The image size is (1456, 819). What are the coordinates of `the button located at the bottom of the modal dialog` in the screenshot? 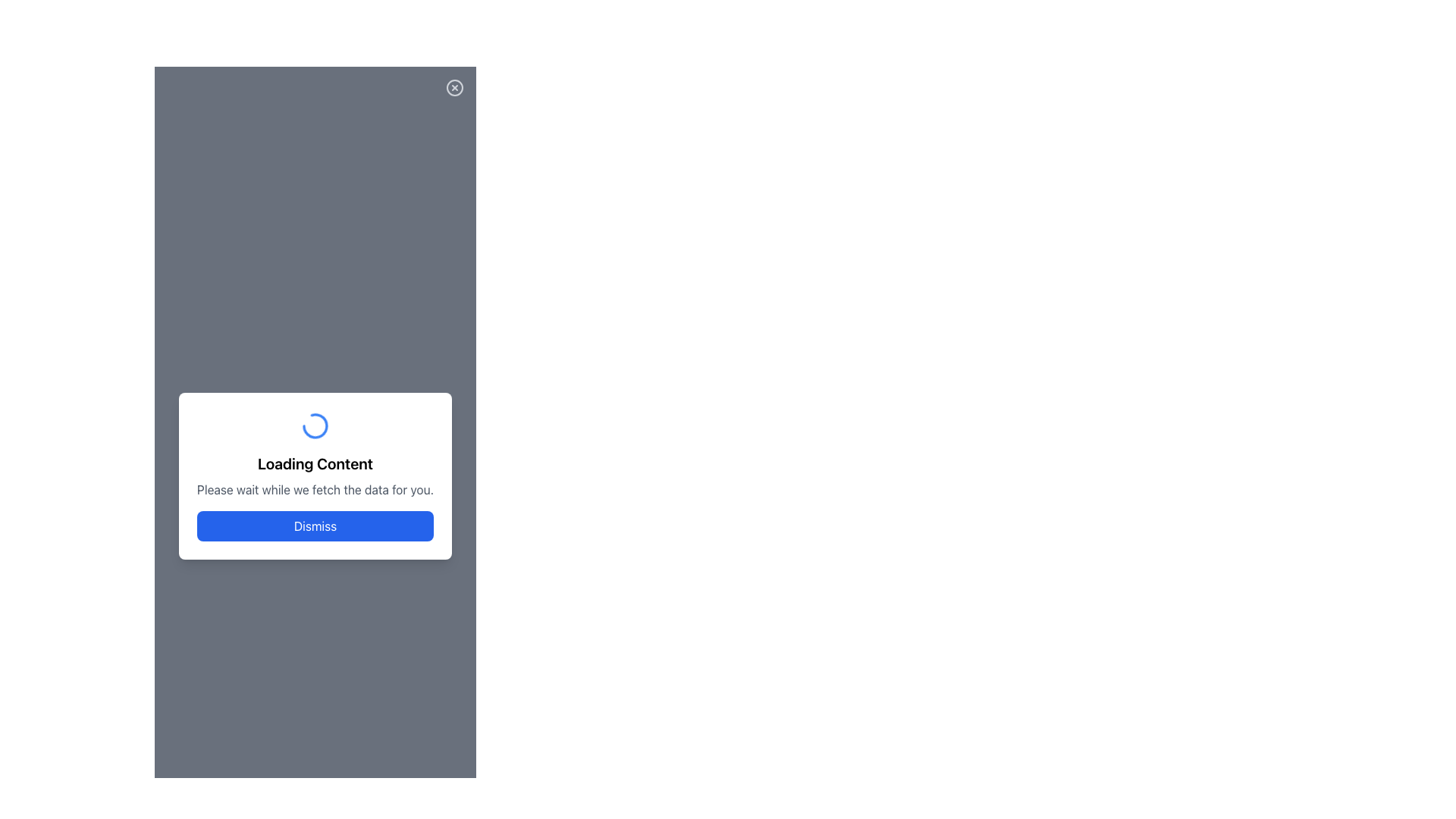 It's located at (315, 526).